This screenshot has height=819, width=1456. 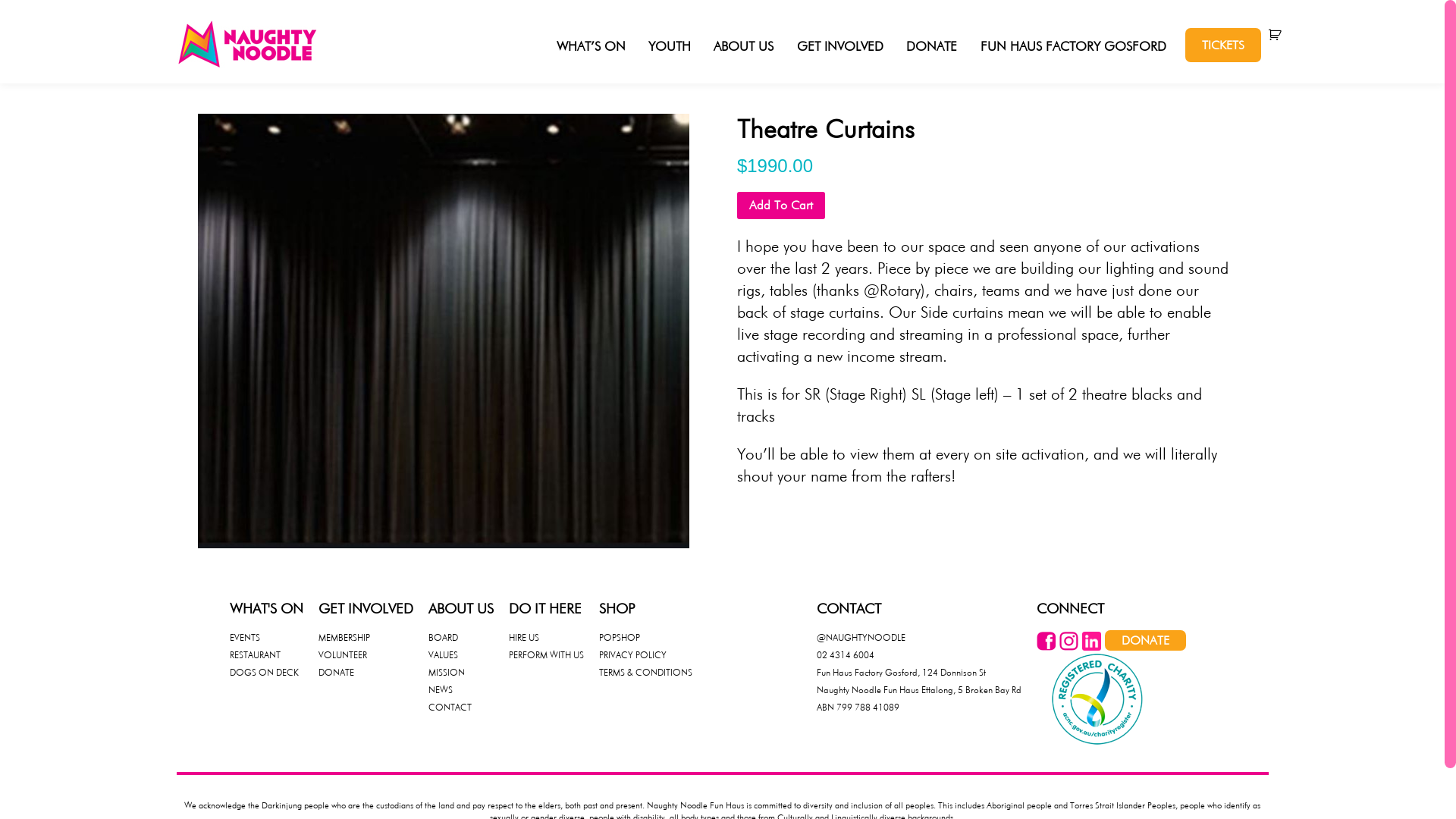 What do you see at coordinates (1222, 44) in the screenshot?
I see `'TICKETS'` at bounding box center [1222, 44].